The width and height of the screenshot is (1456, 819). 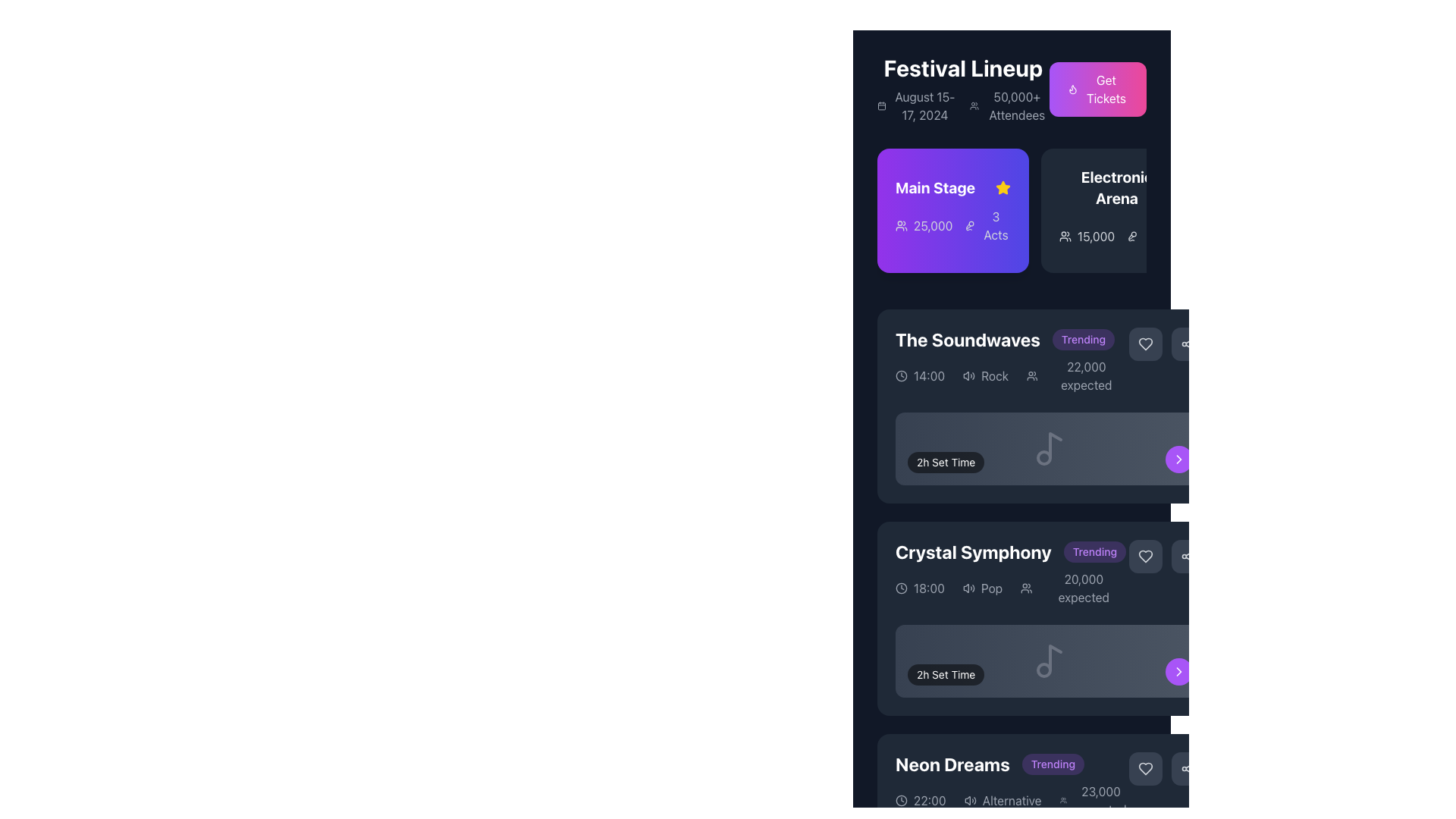 I want to click on the share button, which is a rounded rectangle with a gray background and an icon of interconnected circular nodes, located to the right of 'The Soundwaves' section as the second button in the row, so click(x=1187, y=344).